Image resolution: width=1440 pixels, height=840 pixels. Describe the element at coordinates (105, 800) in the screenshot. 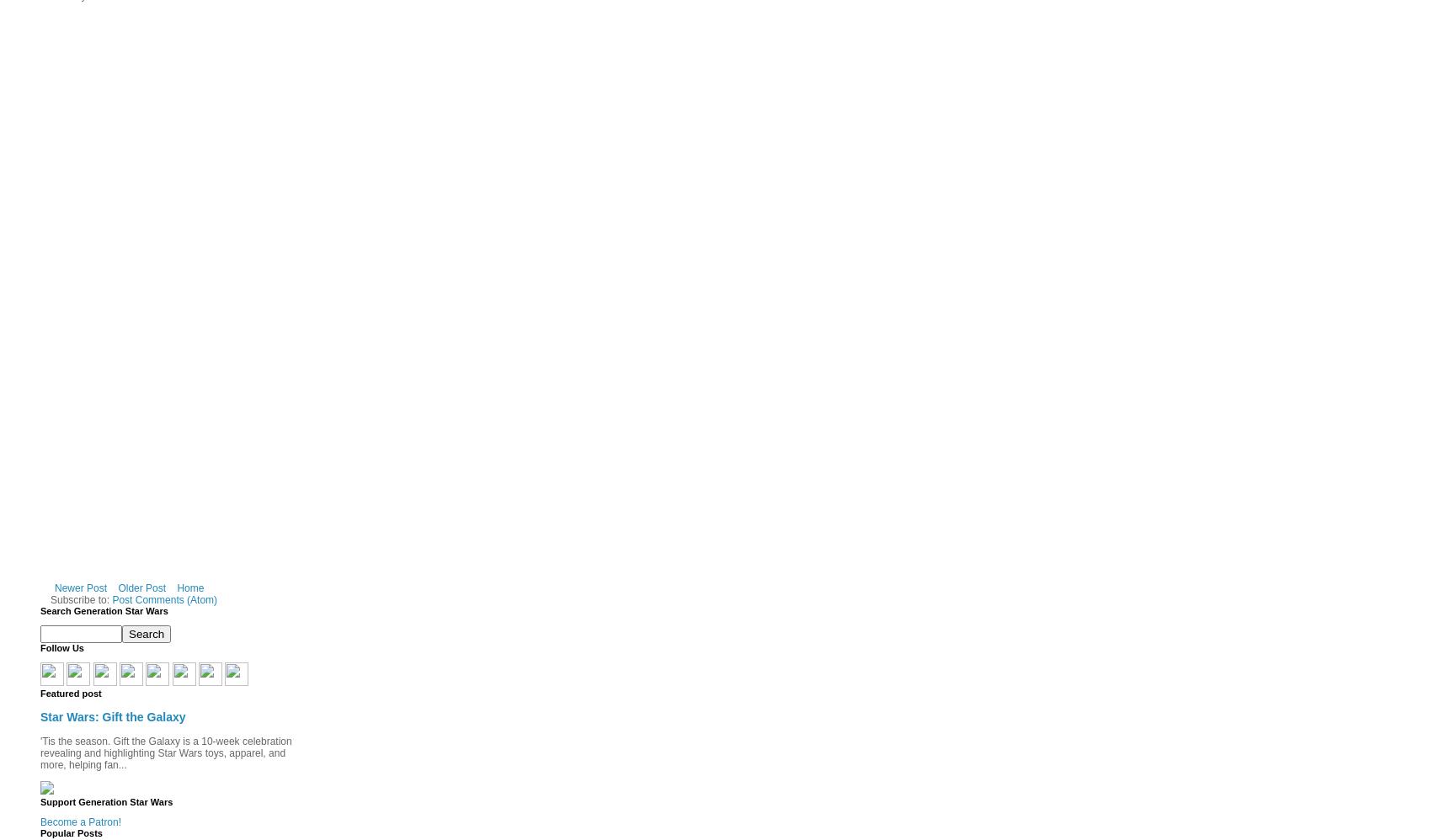

I see `'Support Generation Star Wars'` at that location.